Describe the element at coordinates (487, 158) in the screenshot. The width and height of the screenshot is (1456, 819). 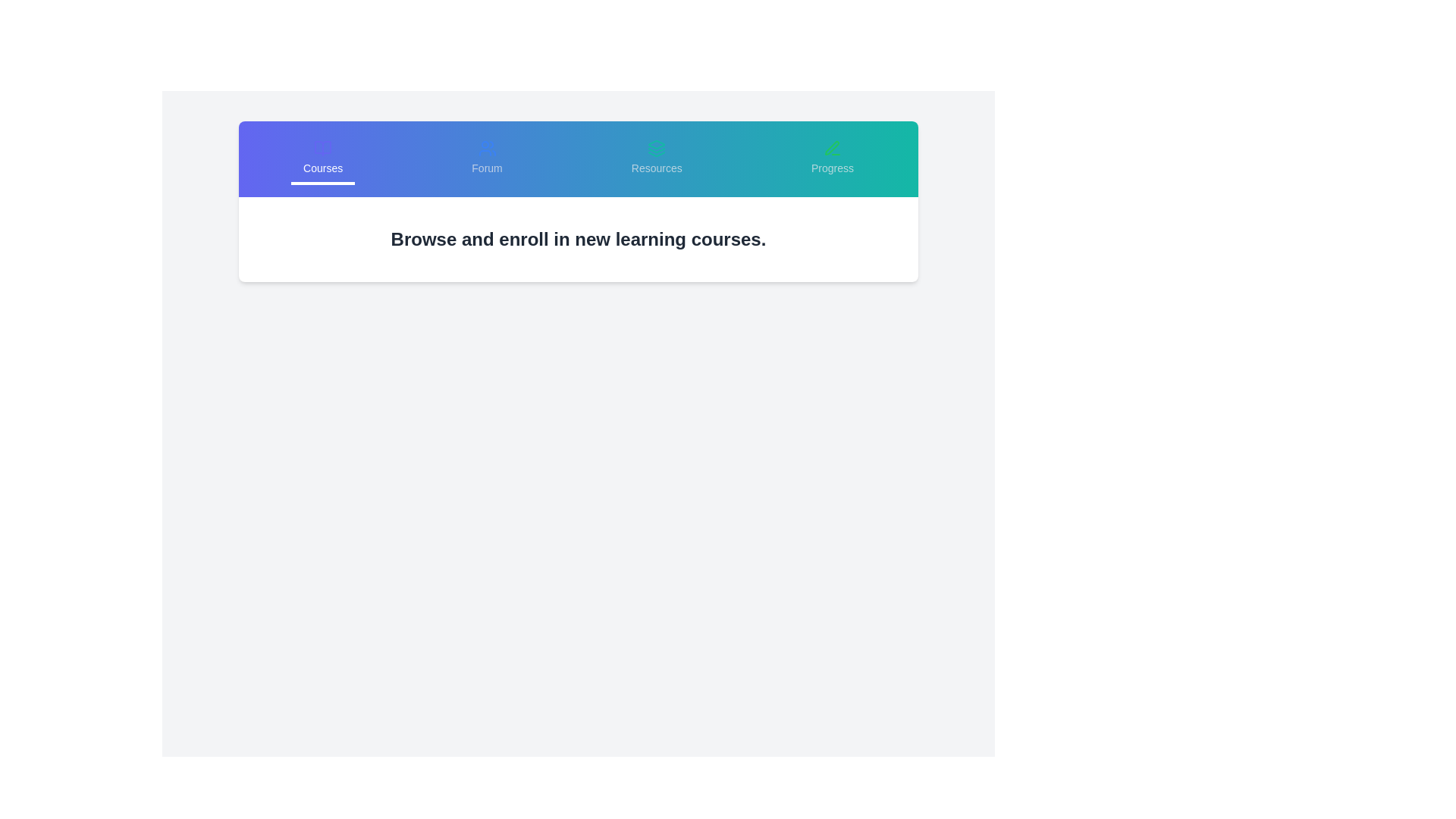
I see `the tab option Forum` at that location.